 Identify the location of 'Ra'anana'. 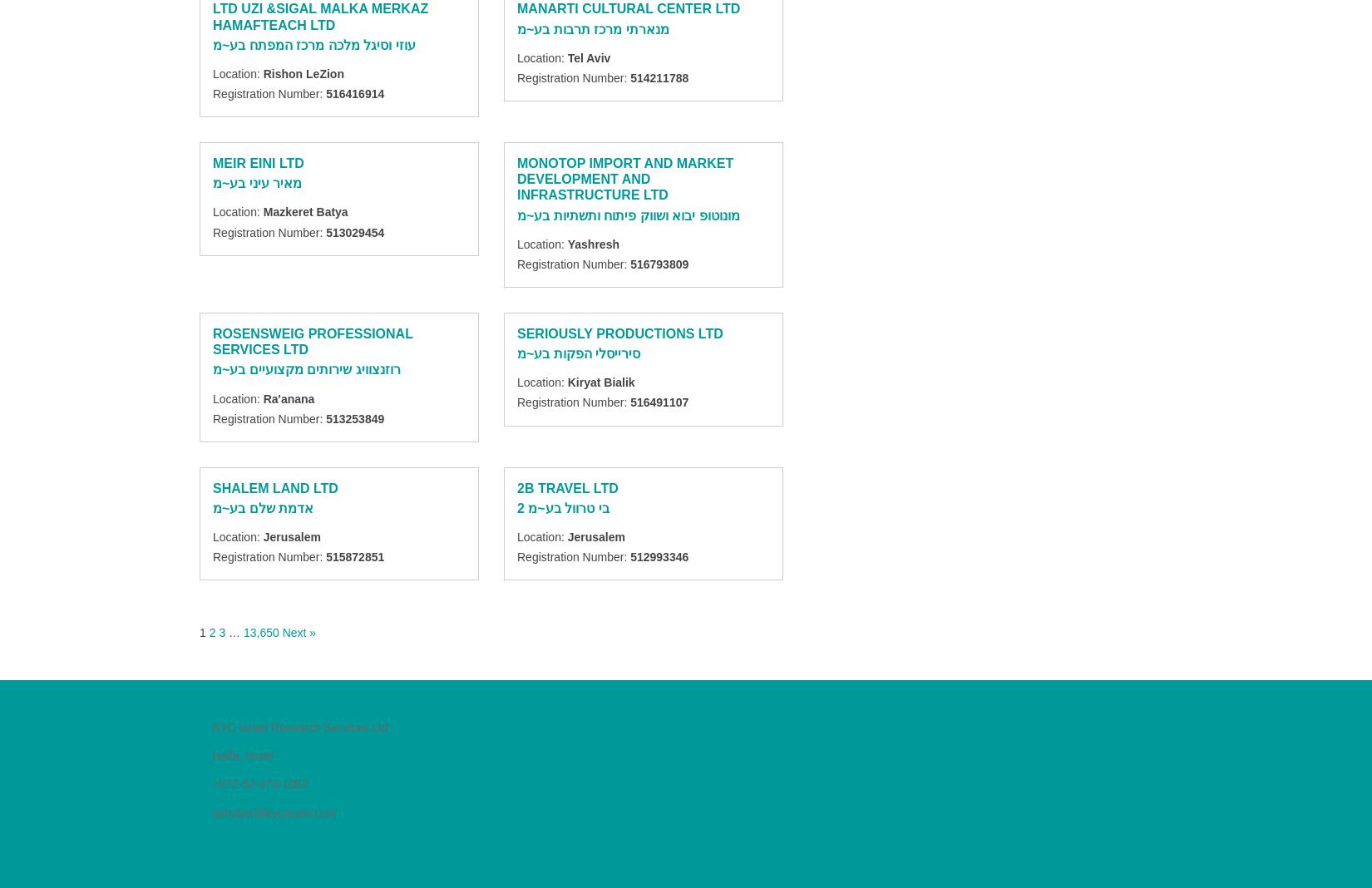
(288, 397).